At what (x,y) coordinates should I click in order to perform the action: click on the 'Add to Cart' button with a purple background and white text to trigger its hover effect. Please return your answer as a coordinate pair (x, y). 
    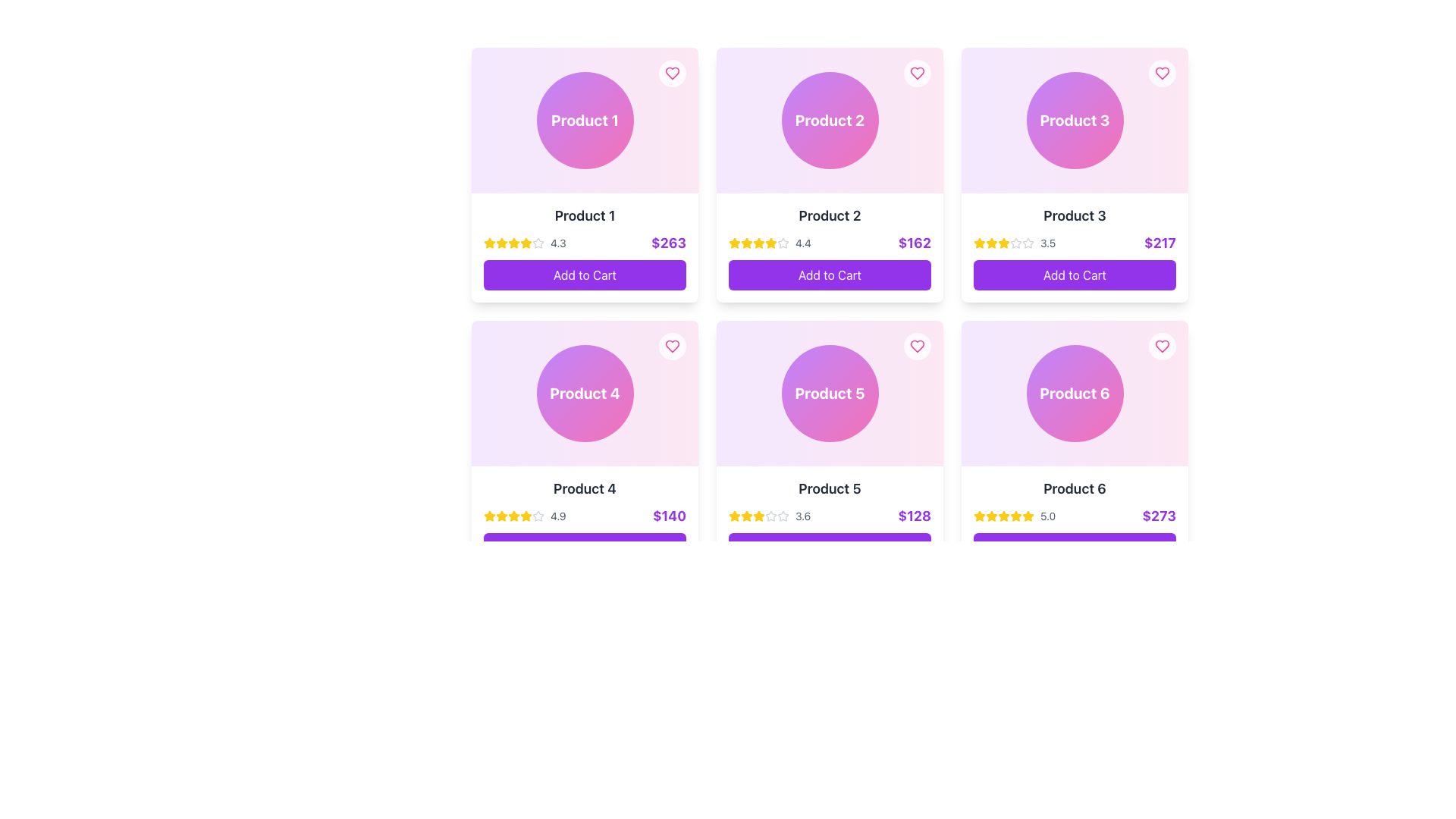
    Looking at the image, I should click on (829, 275).